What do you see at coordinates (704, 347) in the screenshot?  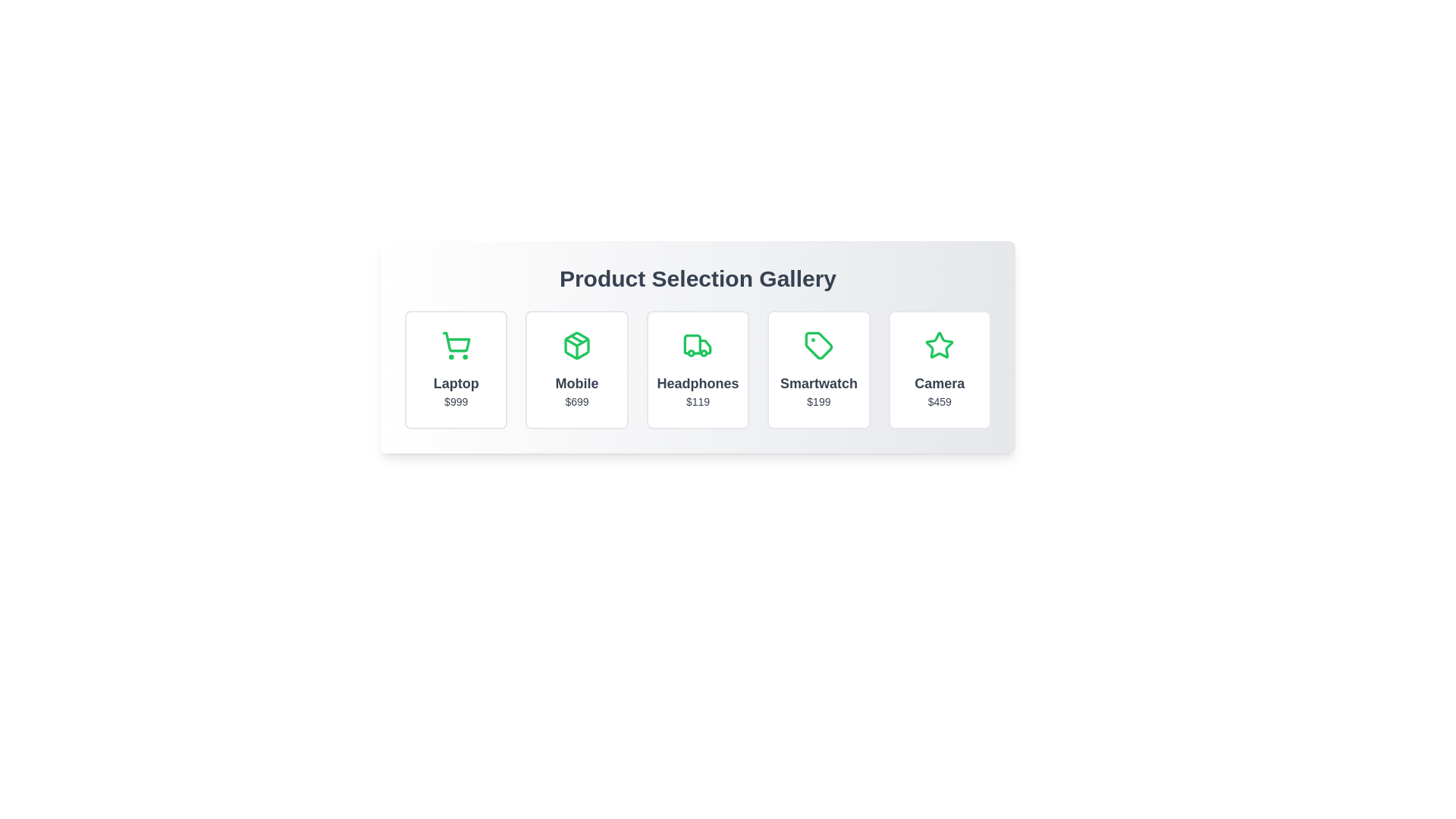 I see `the 'Headphones' icon located in the third card of the 'Product Selection Gallery' interface, which represents delivery or logistics characteristics` at bounding box center [704, 347].